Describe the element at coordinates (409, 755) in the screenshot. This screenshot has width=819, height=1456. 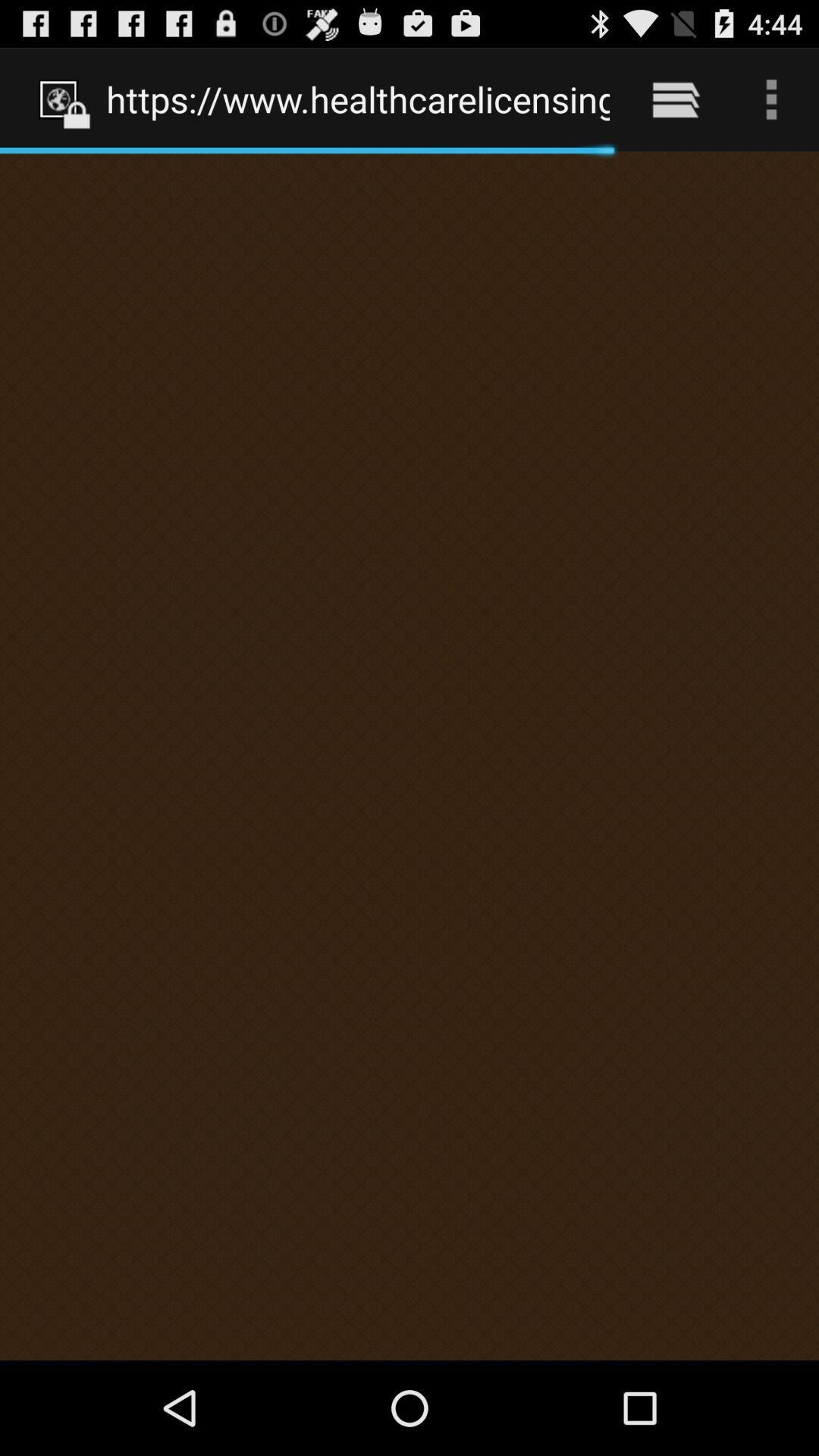
I see `icon below https www healthcarelicensing item` at that location.